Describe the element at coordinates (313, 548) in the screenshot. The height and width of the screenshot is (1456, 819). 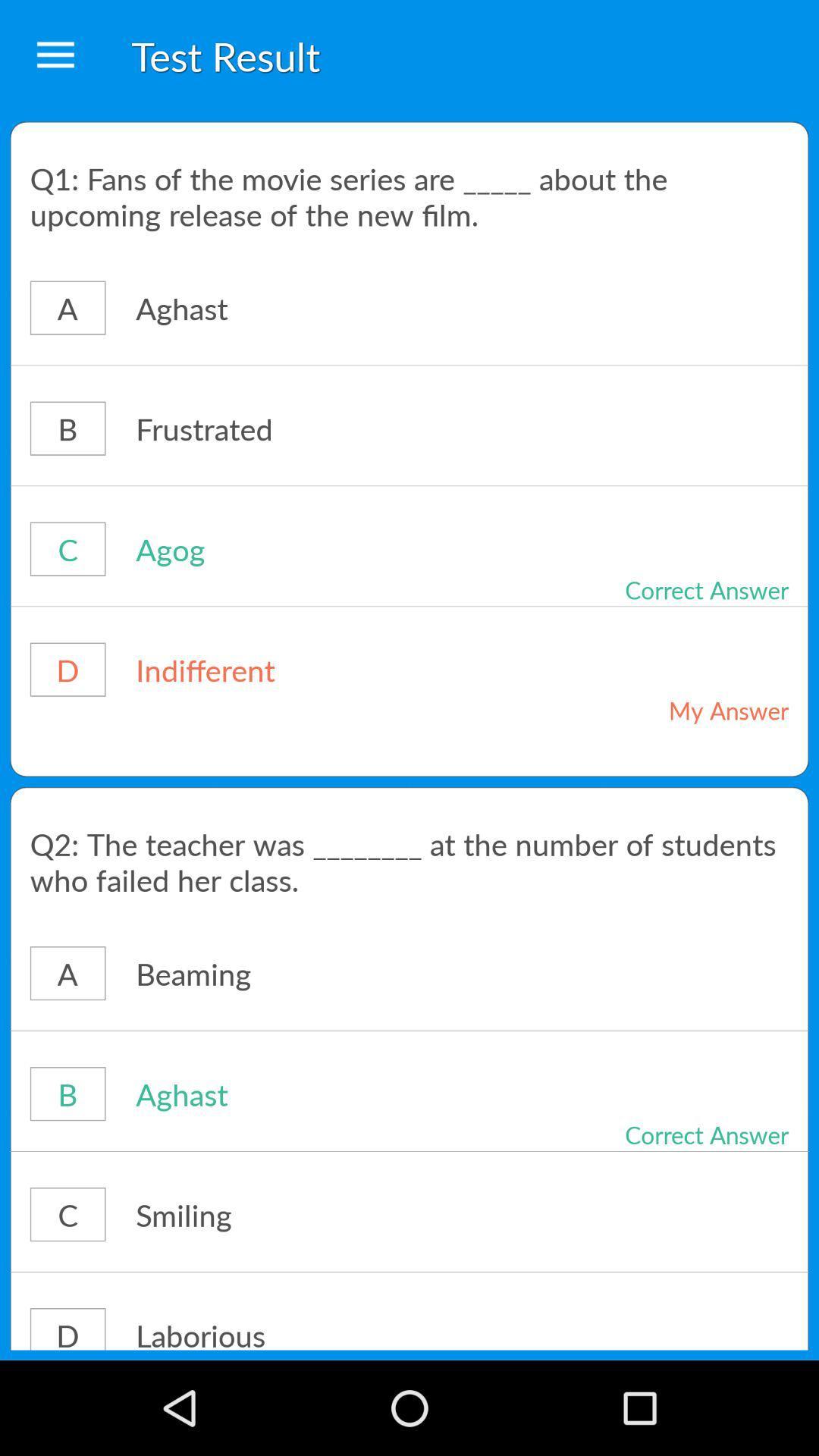
I see `the agog` at that location.